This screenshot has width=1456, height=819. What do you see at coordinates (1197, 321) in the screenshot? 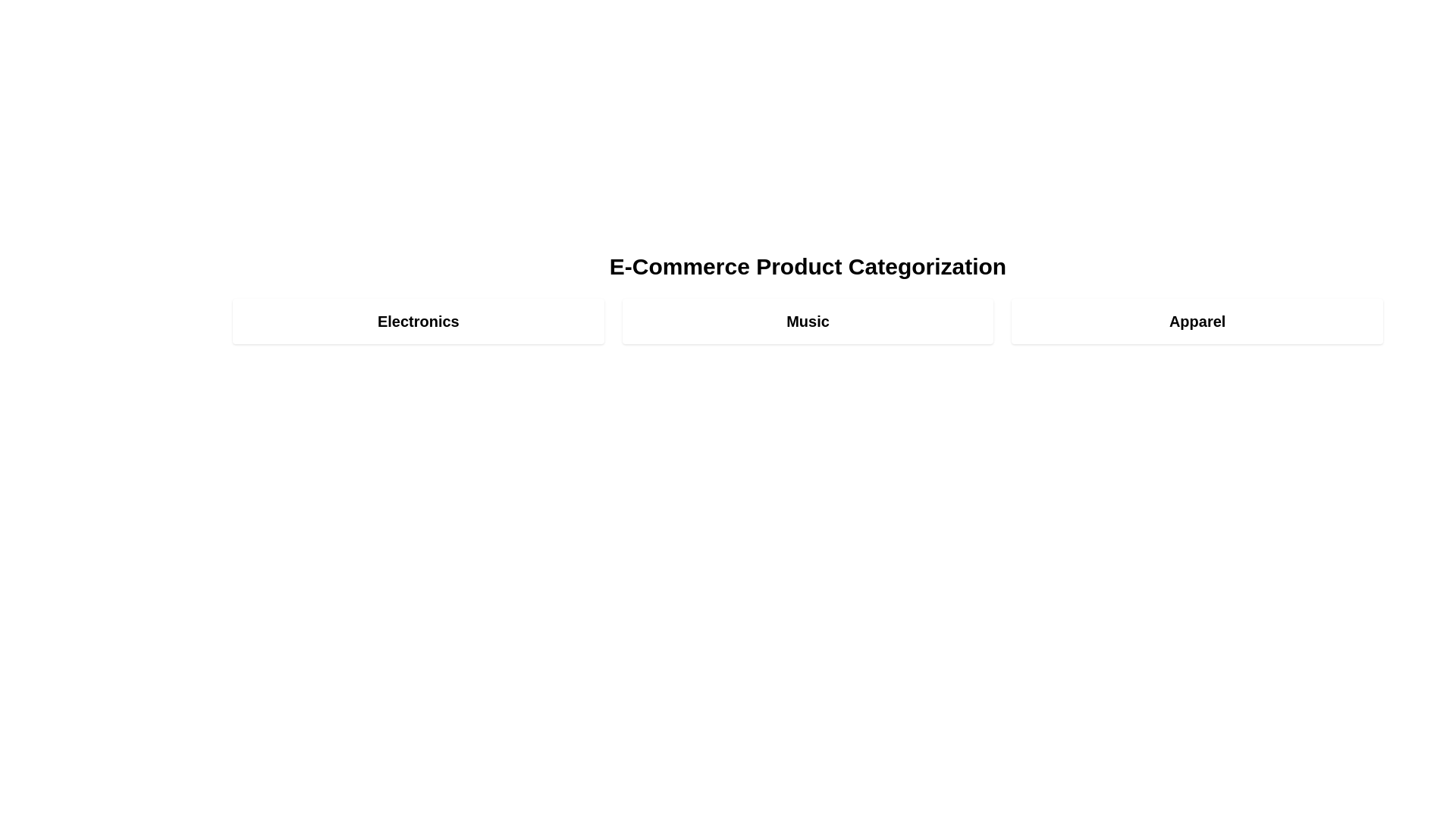
I see `the Apparel category to interact with its list` at bounding box center [1197, 321].